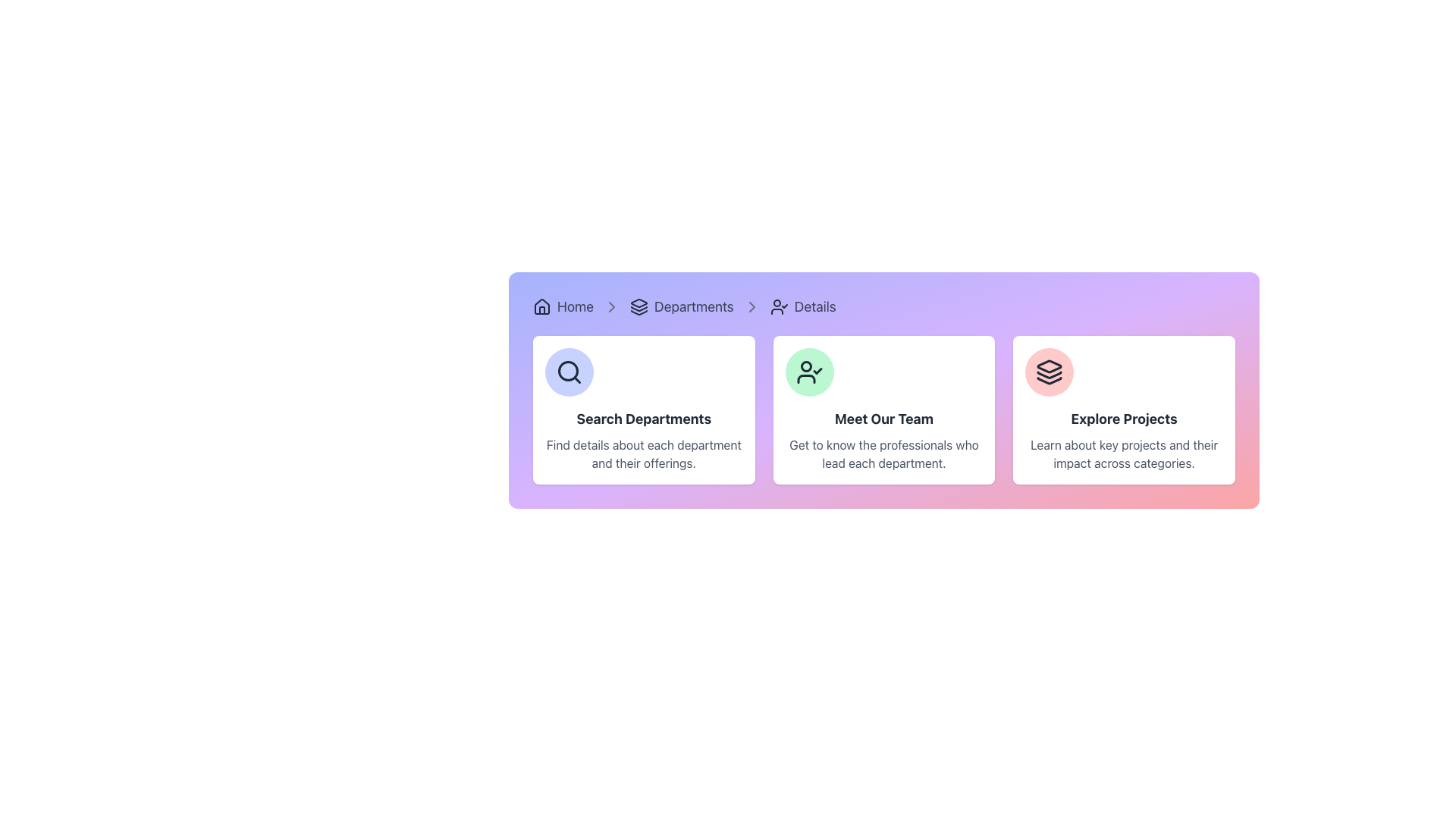  Describe the element at coordinates (563, 307) in the screenshot. I see `the Breadcrumb navigation link labeled 'Home', which consists of a house icon followed by the text 'Home', positioned at the top left of the navigation bar` at that location.